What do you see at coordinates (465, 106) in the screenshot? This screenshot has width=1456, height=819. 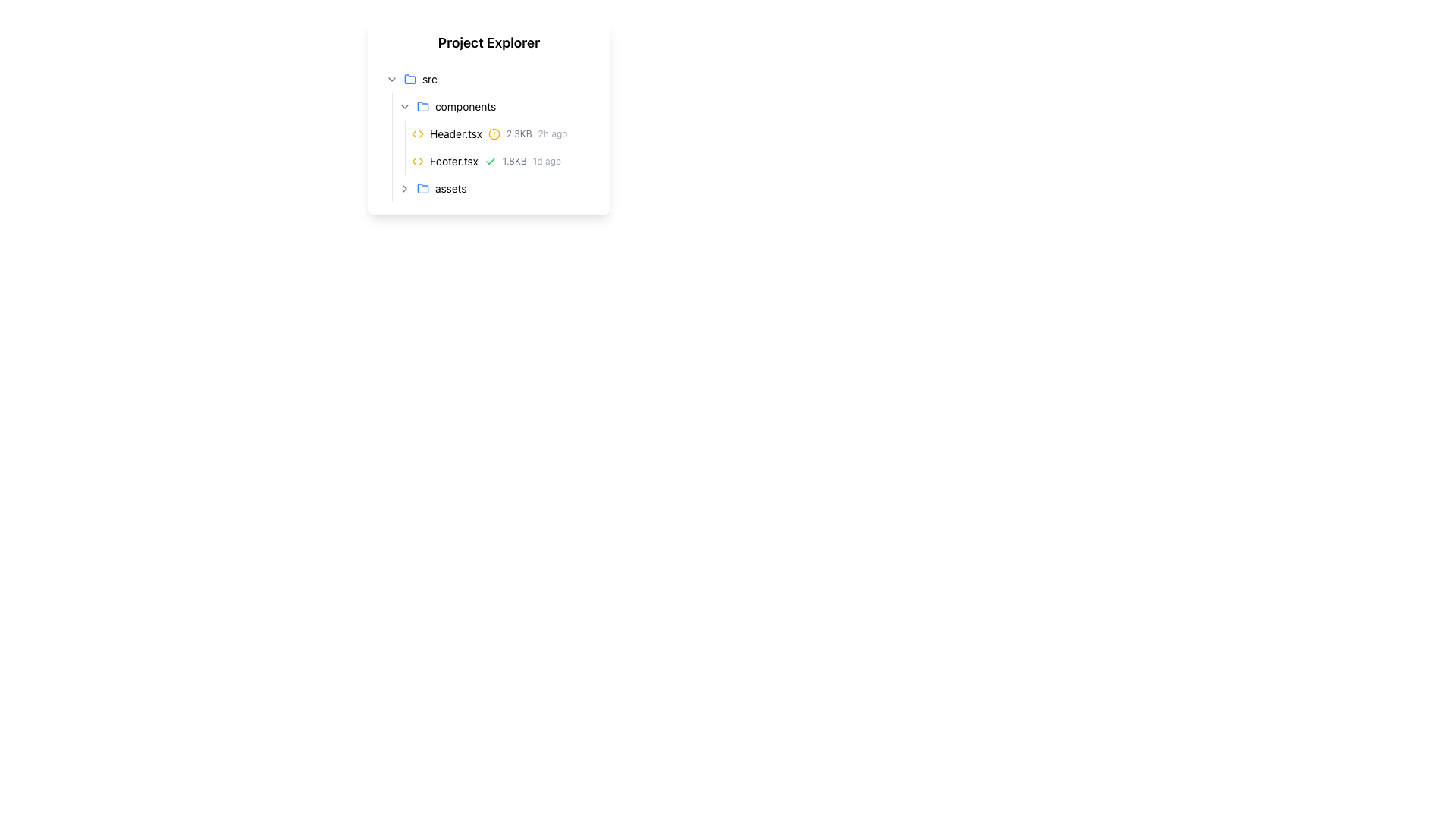 I see `the text label that denotes an expandable or clickable folder in the Project Explorer panel, located to the right of the folder icon` at bounding box center [465, 106].